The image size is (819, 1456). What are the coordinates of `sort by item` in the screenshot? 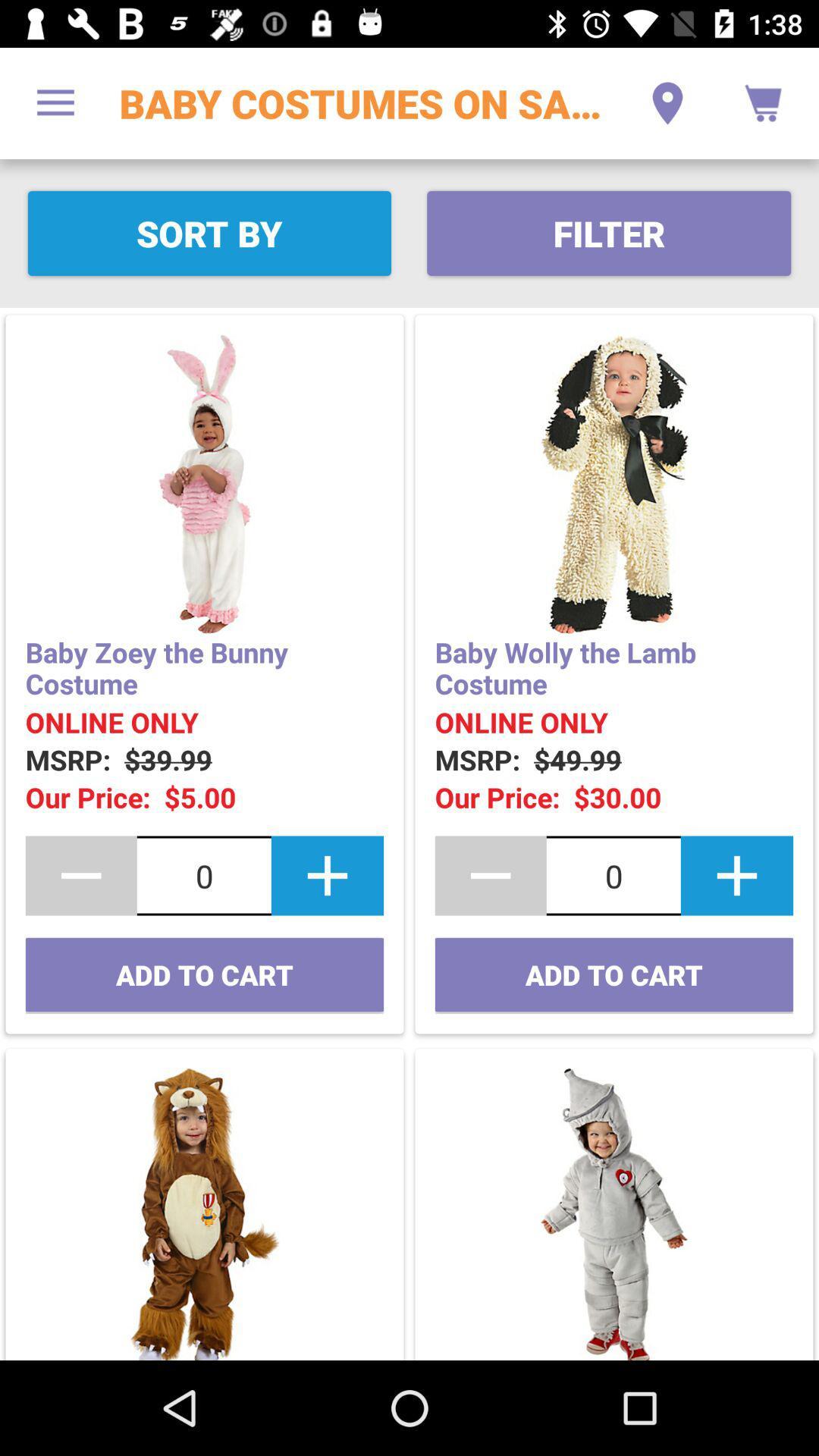 It's located at (209, 232).